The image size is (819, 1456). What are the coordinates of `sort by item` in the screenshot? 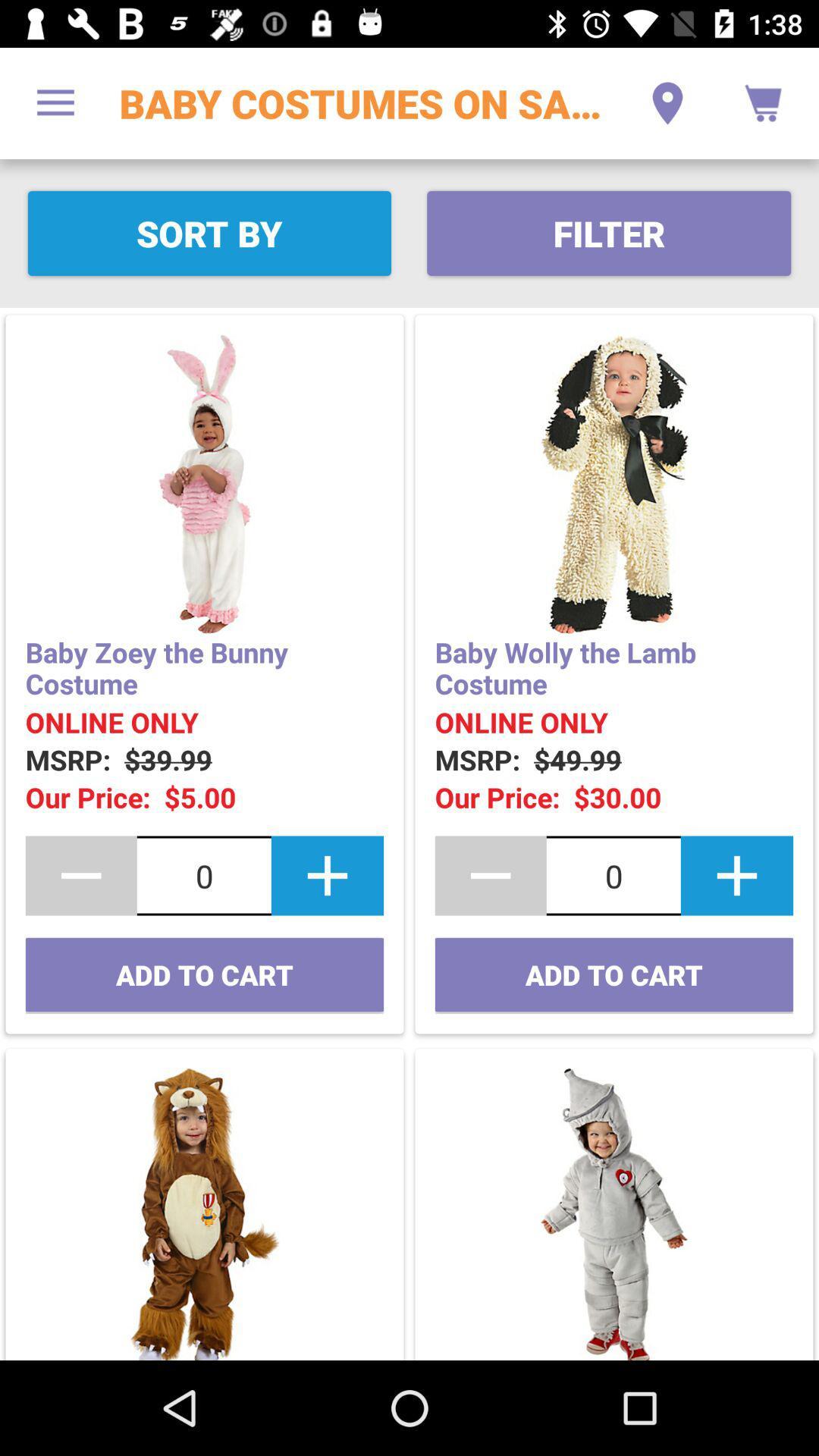 It's located at (209, 232).